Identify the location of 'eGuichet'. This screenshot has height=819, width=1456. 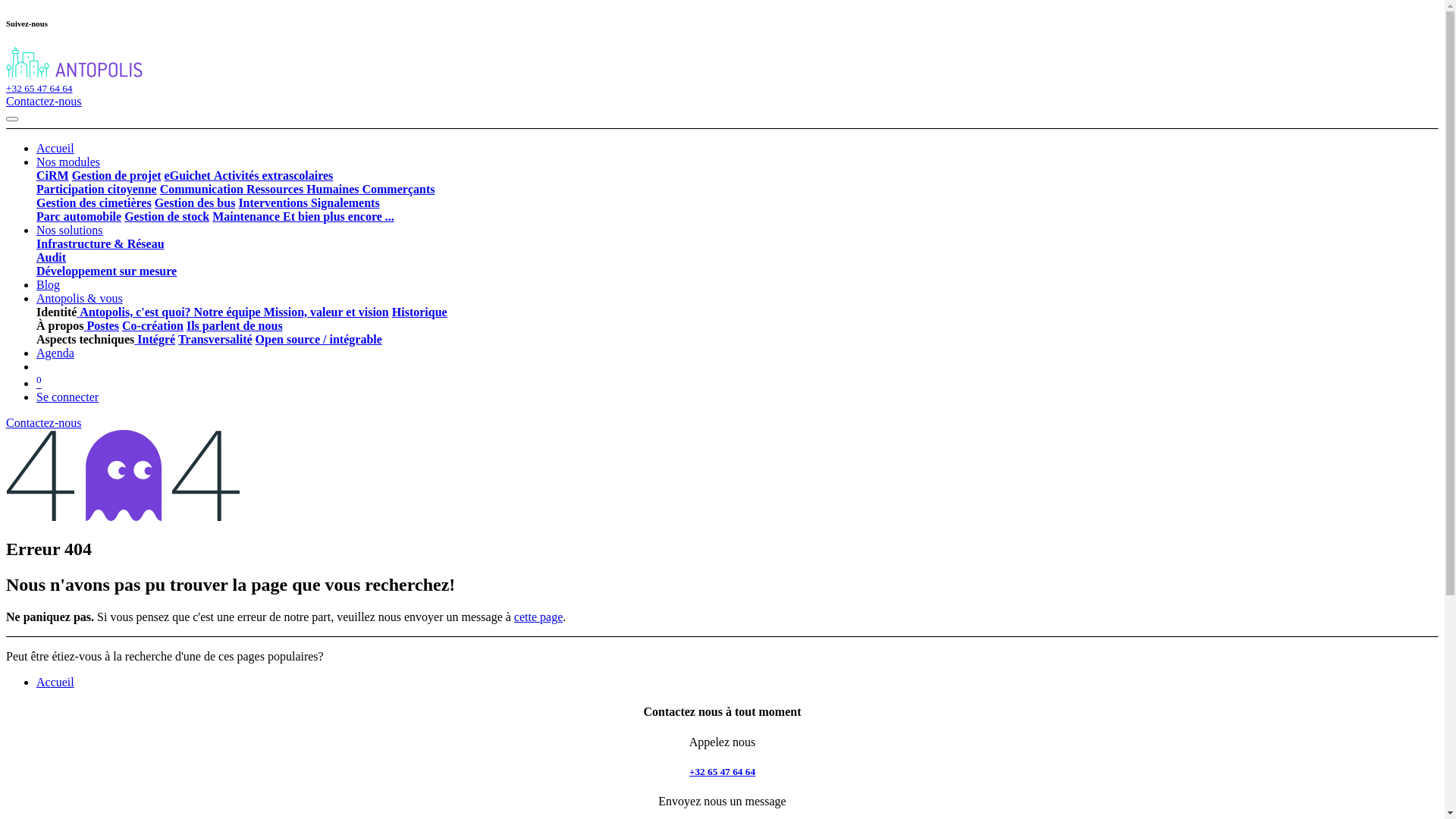
(187, 174).